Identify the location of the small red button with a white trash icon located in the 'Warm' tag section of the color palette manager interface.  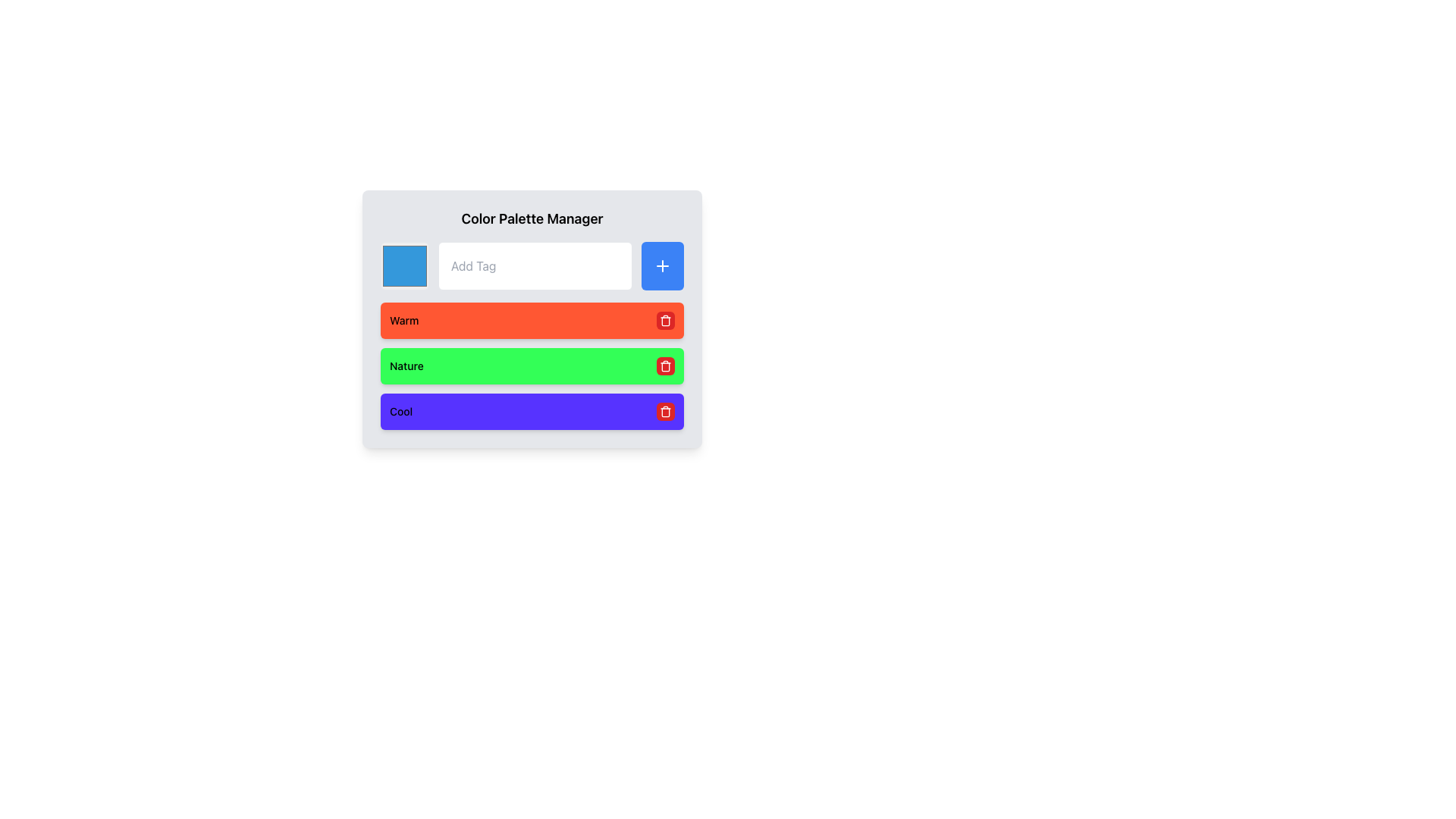
(666, 320).